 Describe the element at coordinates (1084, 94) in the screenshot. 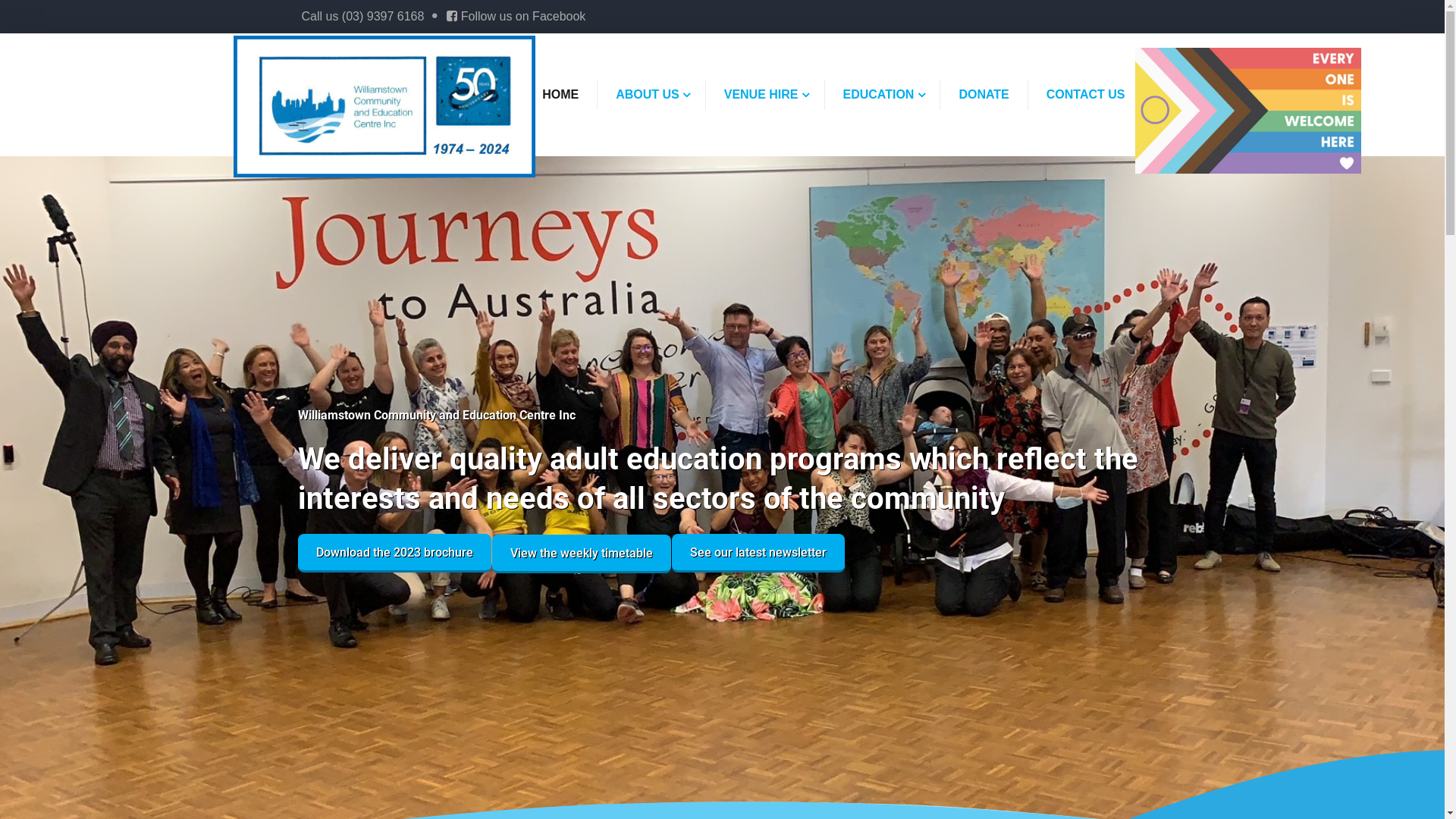

I see `'CONTACT US'` at that location.